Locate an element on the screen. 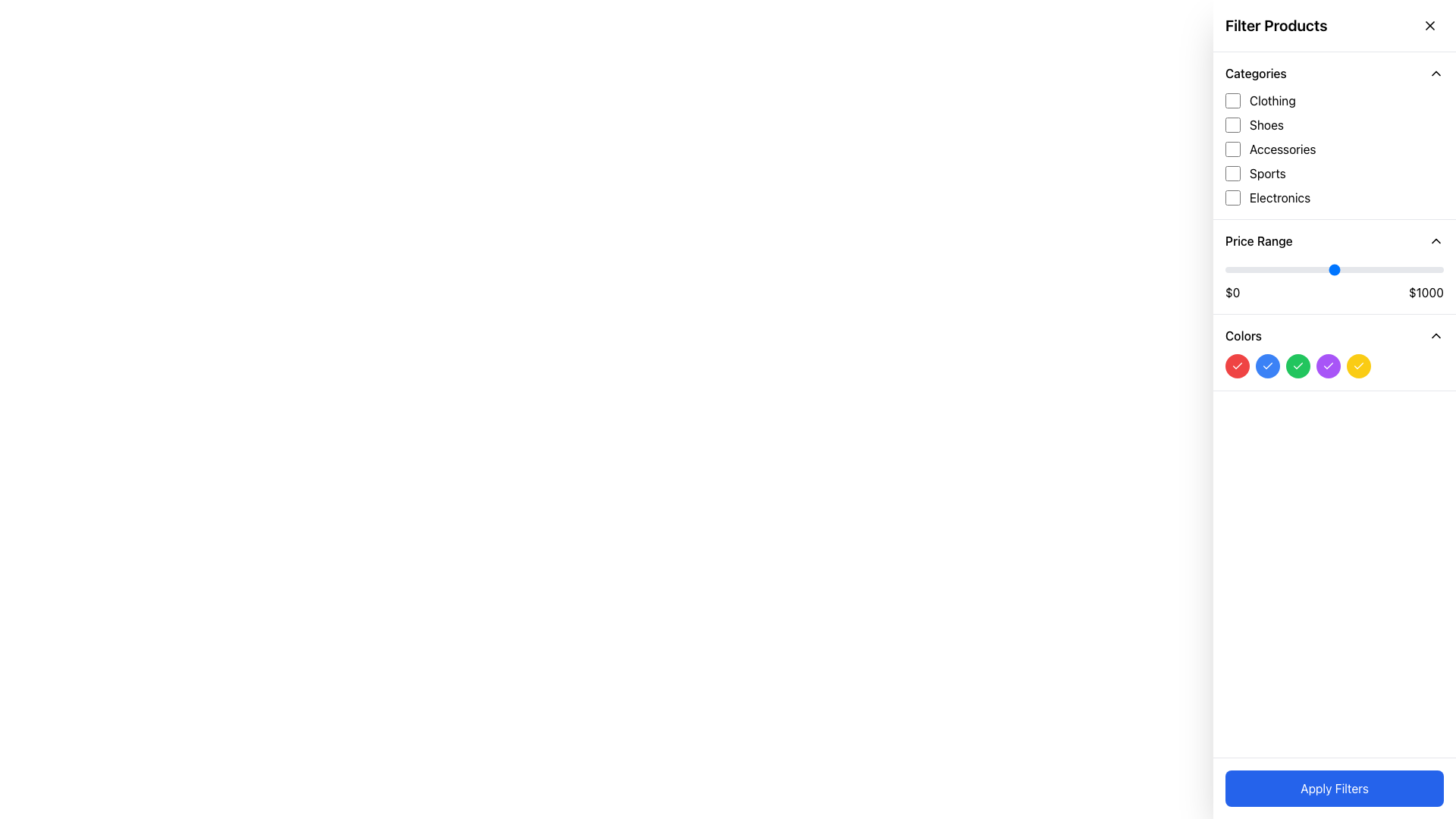 This screenshot has width=1456, height=819. displayed information from the price range indicator text label showing '$0' and '$1000', located below the Price Range slider in the Filter Products section is located at coordinates (1335, 292).